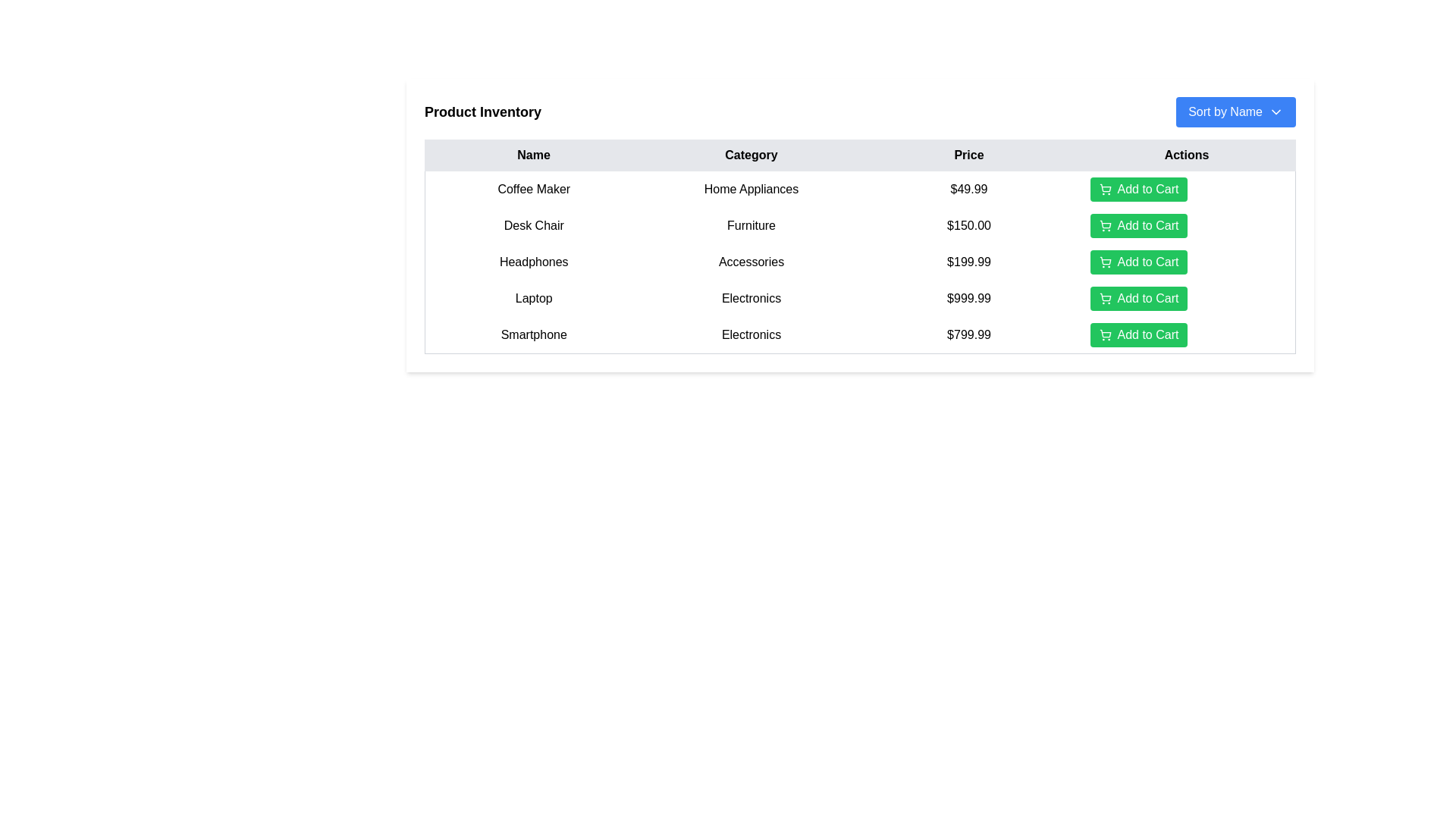 The height and width of the screenshot is (819, 1456). I want to click on the last table row displaying the product 'Smartphone' in the 'Product Inventory' section, so click(860, 334).